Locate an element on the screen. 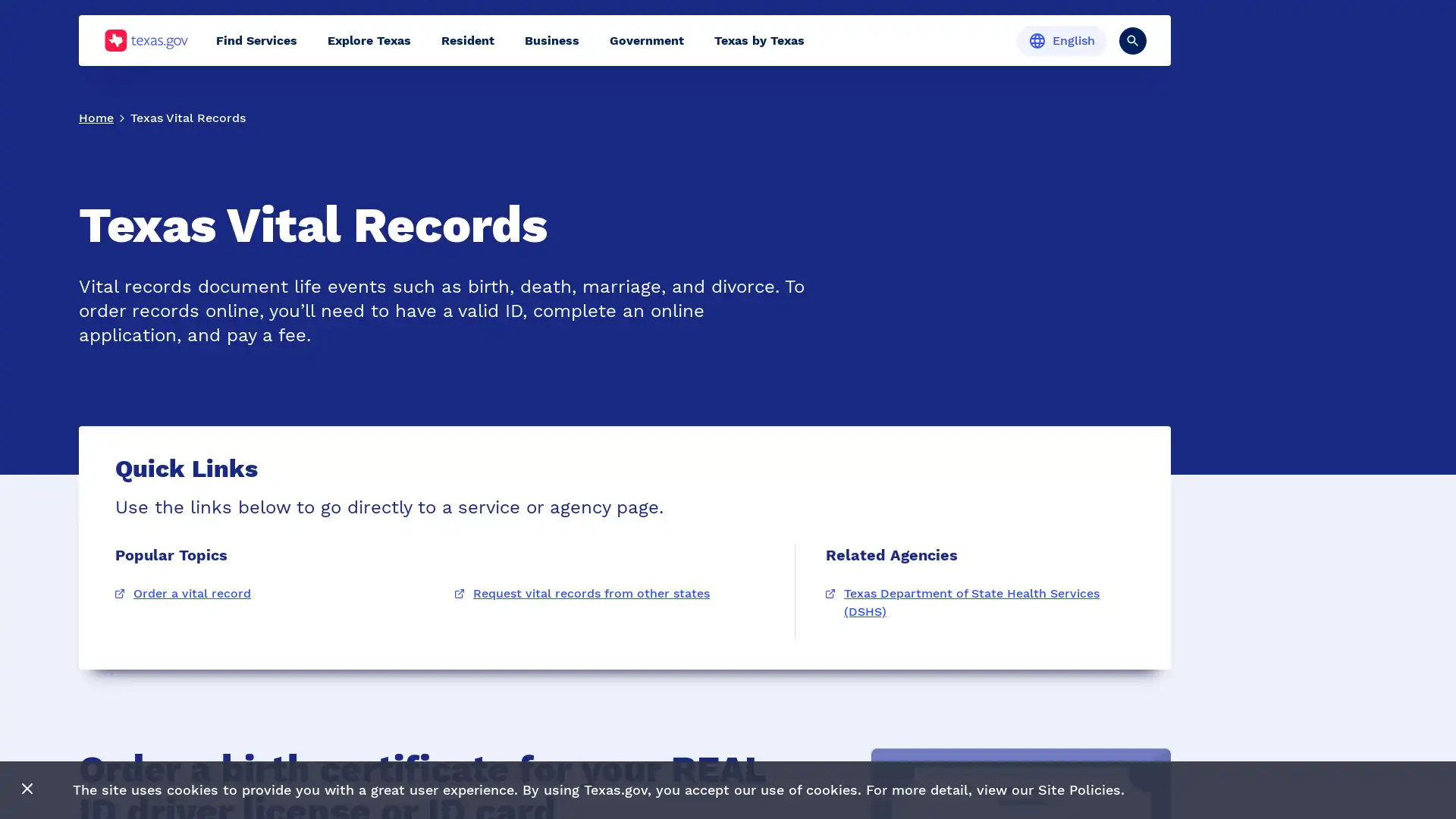 The image size is (1456, 819). Government is located at coordinates (647, 39).